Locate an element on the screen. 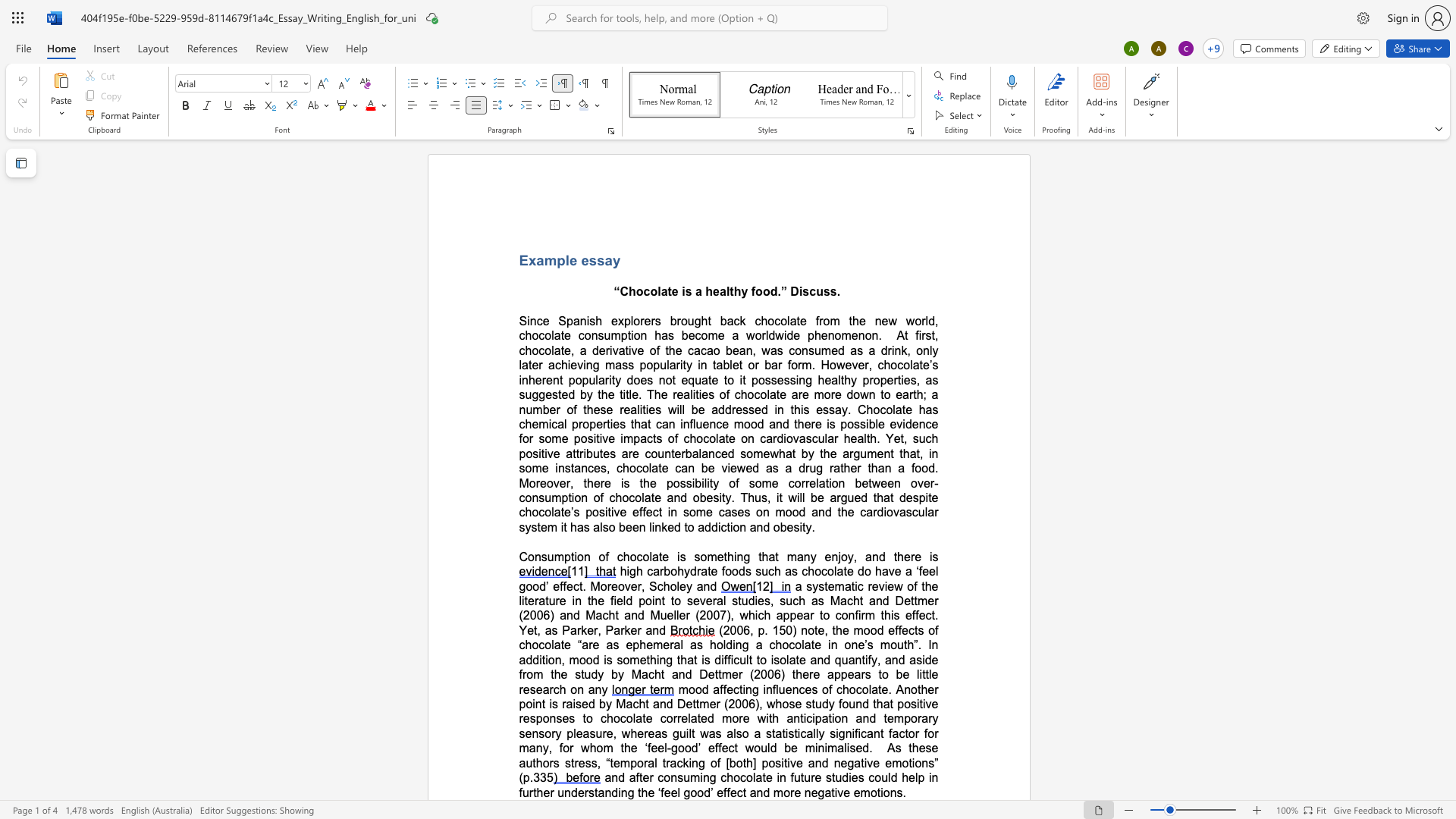 The height and width of the screenshot is (819, 1456). the space between the continuous character "s" and "a" in the text is located at coordinates (604, 259).